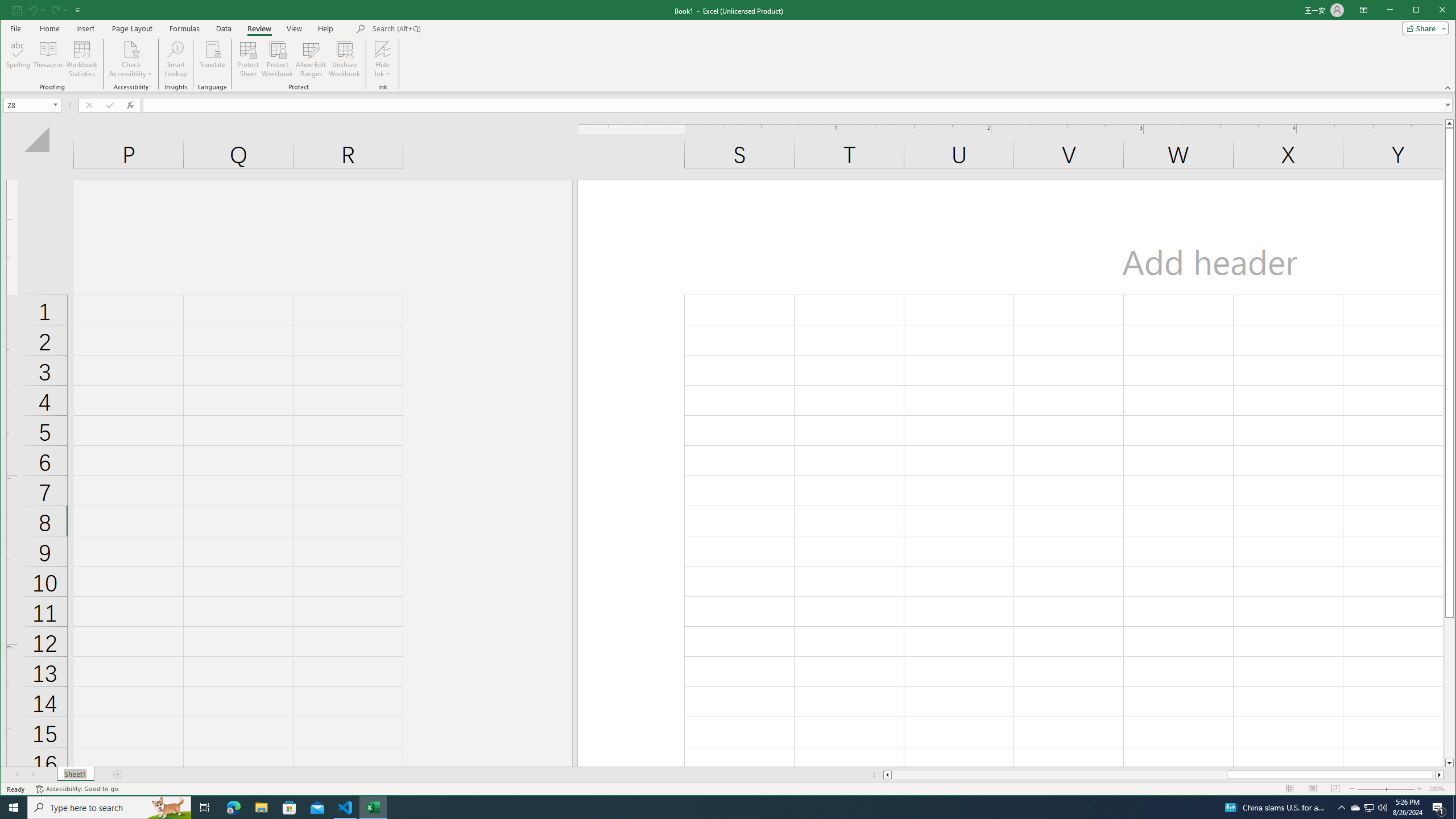 The image size is (1456, 819). I want to click on 'Microsoft Edge', so click(233, 806).